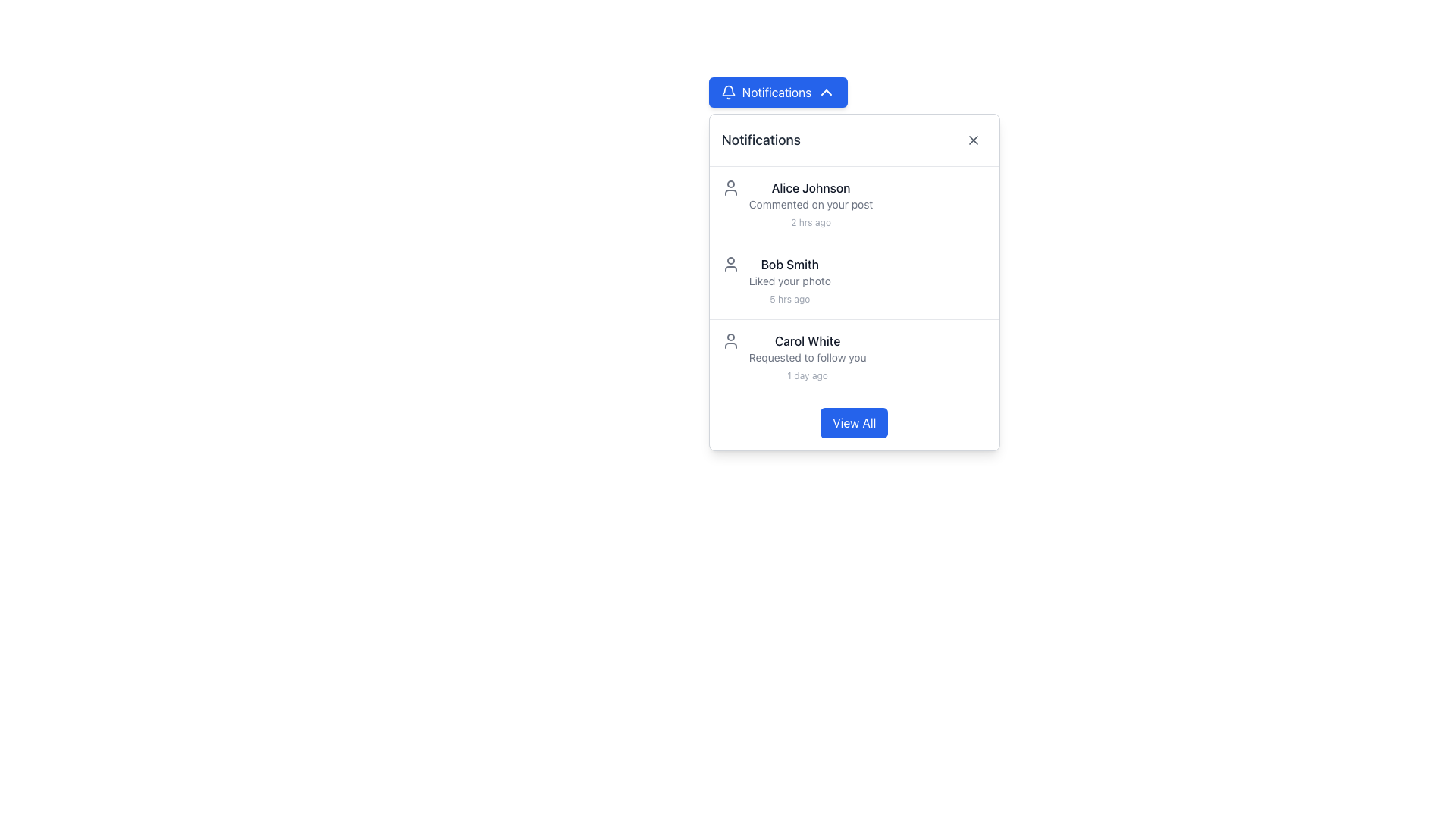  I want to click on the message text 'Commented on your post' of the notification entry for 'Alice Johnson', which is the first item in the notification pane, so click(810, 205).